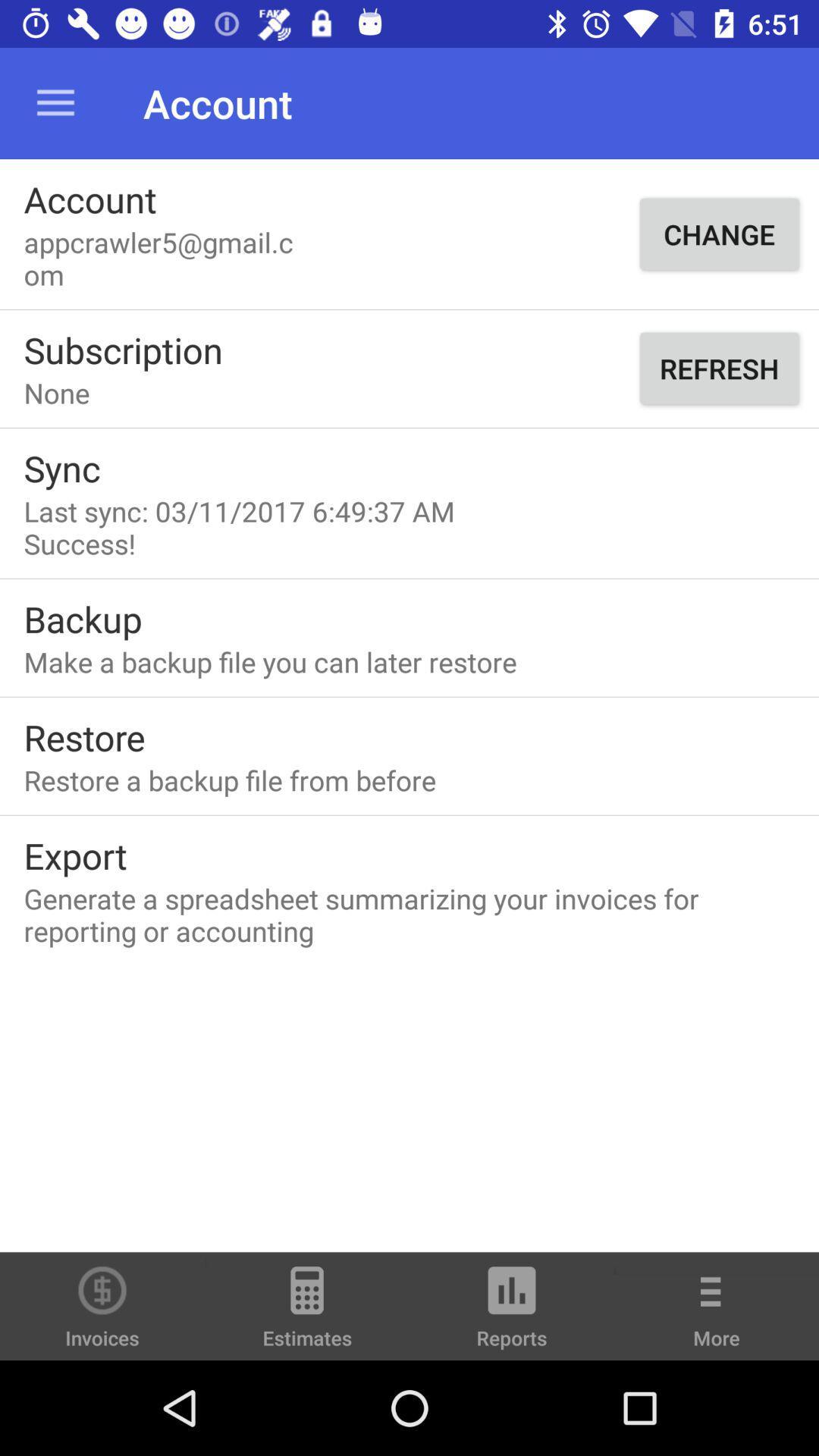  What do you see at coordinates (717, 1316) in the screenshot?
I see `icon at the bottom right corner` at bounding box center [717, 1316].